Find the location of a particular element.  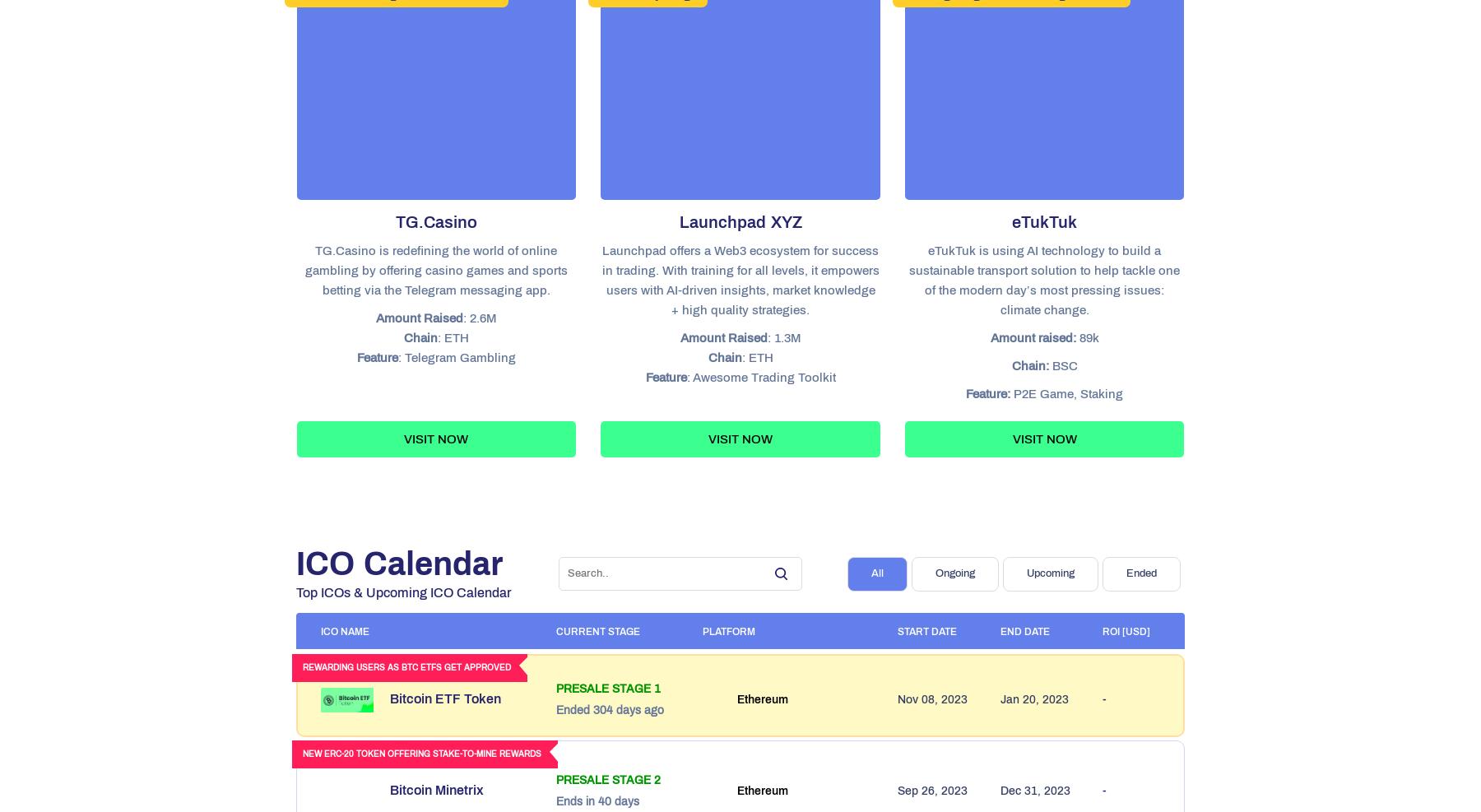

': Awesome Trading Toolkit' is located at coordinates (759, 376).